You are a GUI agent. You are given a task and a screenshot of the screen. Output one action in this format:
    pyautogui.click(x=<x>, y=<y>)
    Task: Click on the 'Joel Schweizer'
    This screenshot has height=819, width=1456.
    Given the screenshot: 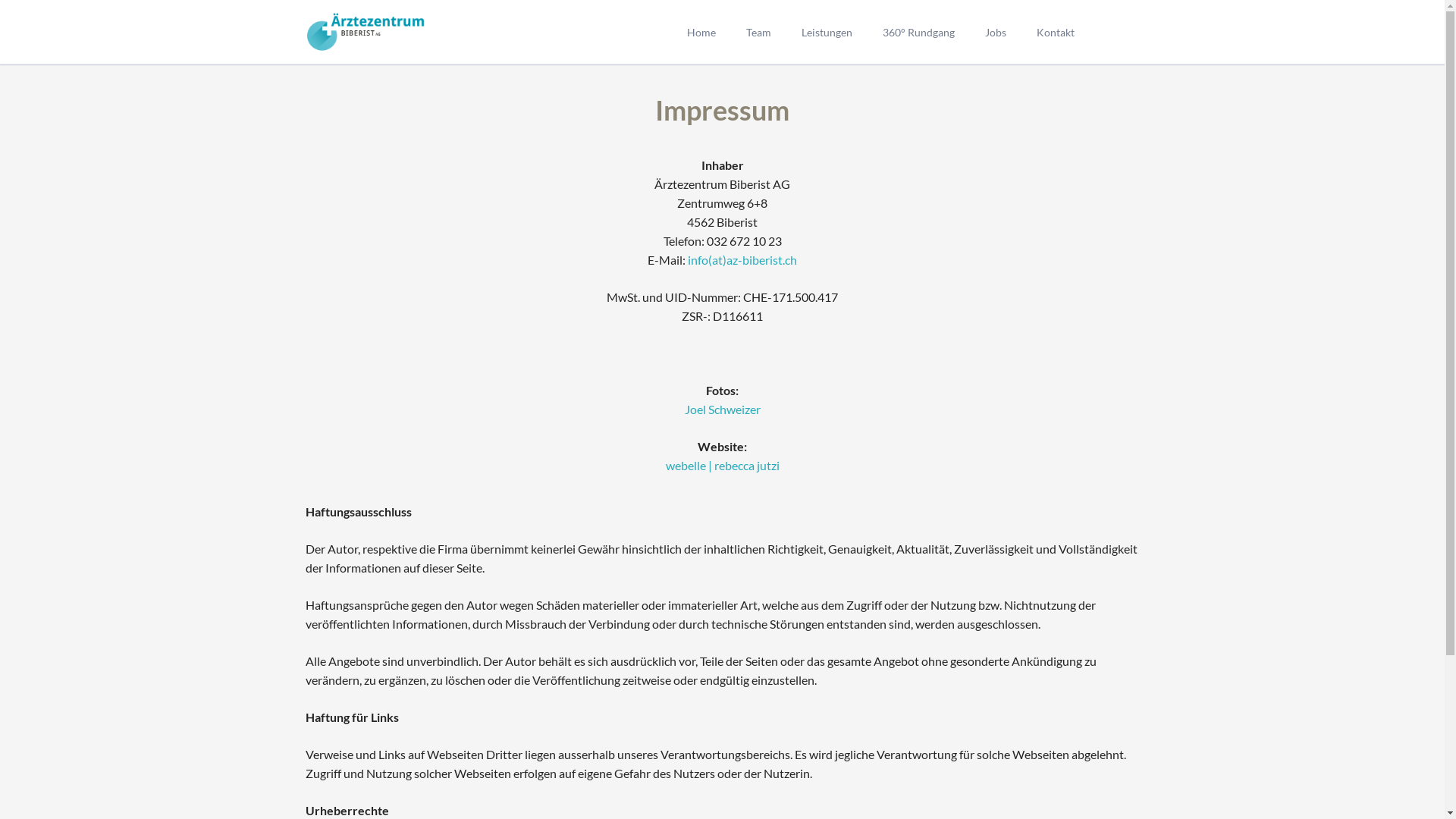 What is the action you would take?
    pyautogui.click(x=720, y=408)
    